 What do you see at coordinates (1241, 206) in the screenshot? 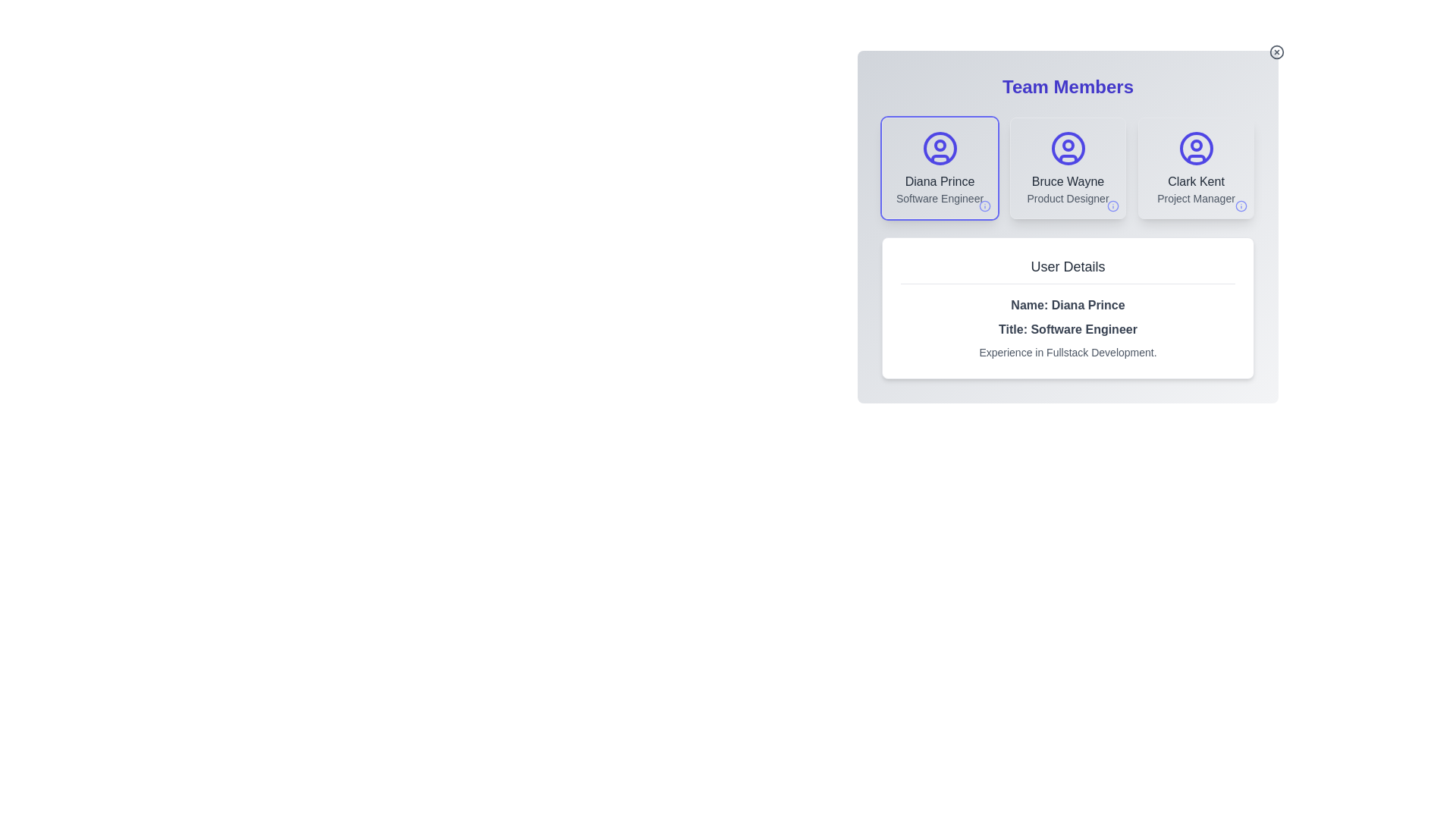
I see `the information icon located at the bottom-right corner of the 'Clark Kent' card (Project Manager)` at bounding box center [1241, 206].